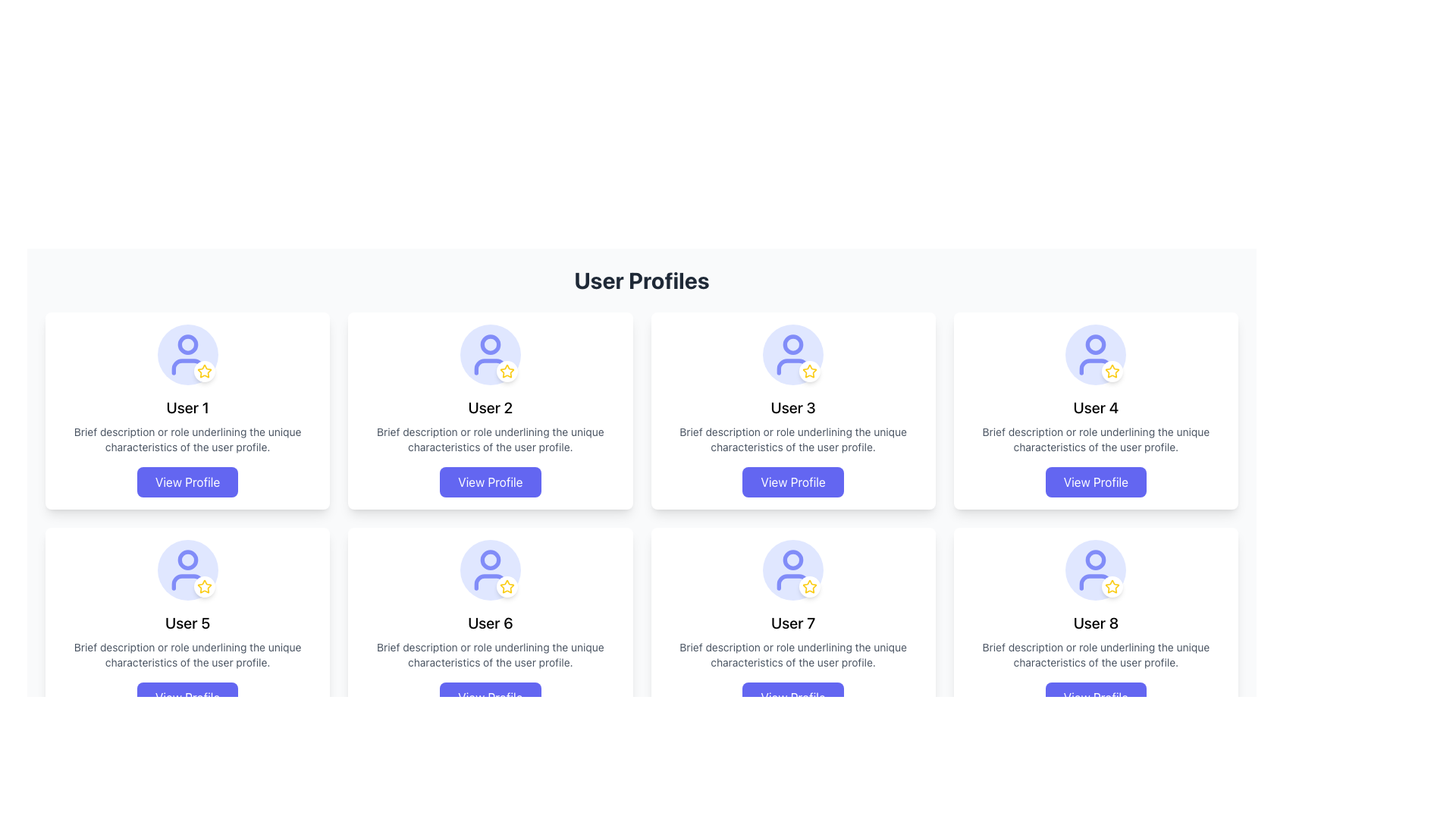 The width and height of the screenshot is (1456, 819). What do you see at coordinates (792, 354) in the screenshot?
I see `the User Avatar with Badge for 'User 3', which is located at the top center of the card, visually representing the user and indicating status with a star icon` at bounding box center [792, 354].